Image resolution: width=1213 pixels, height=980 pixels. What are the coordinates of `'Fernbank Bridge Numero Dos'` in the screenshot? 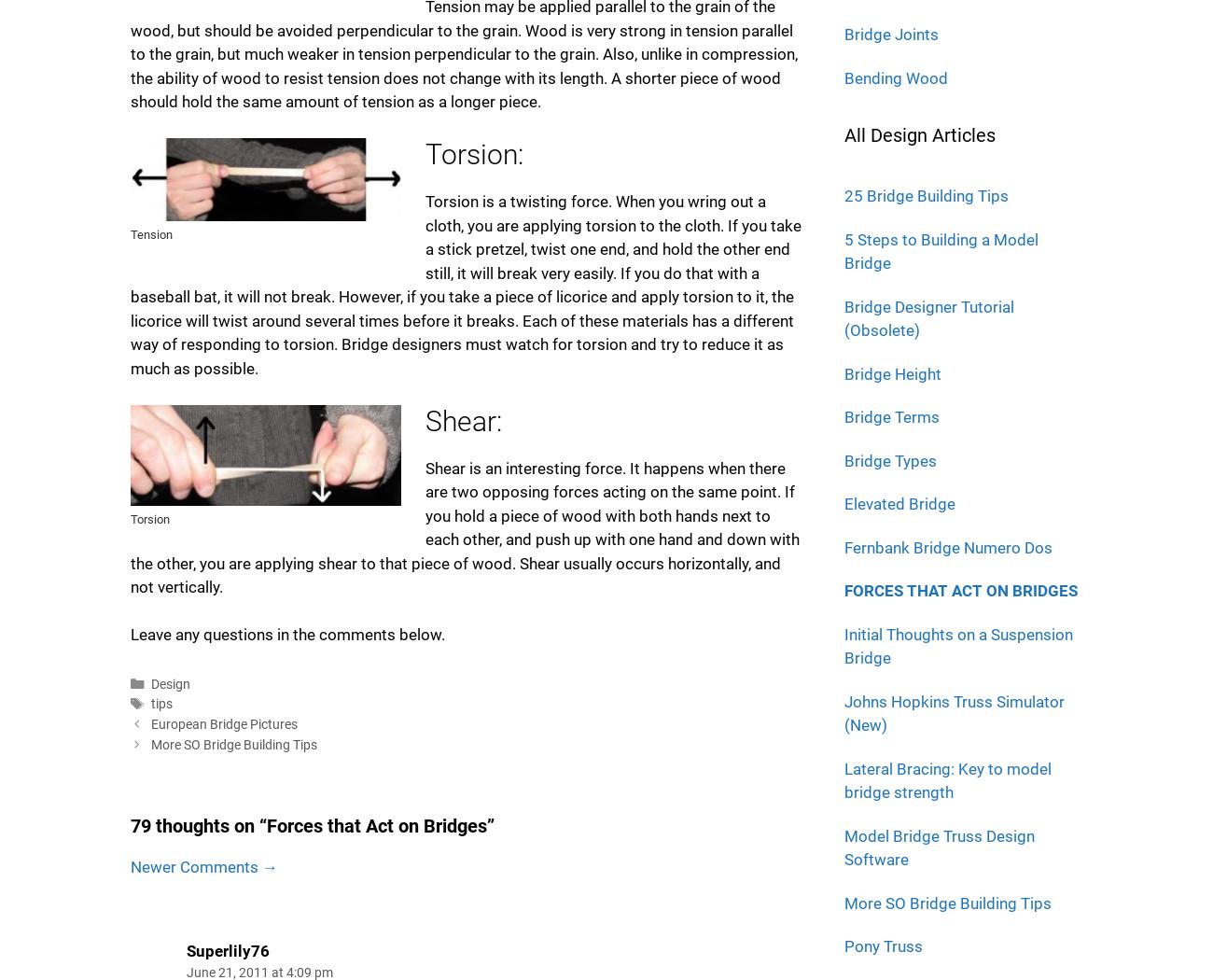 It's located at (947, 546).